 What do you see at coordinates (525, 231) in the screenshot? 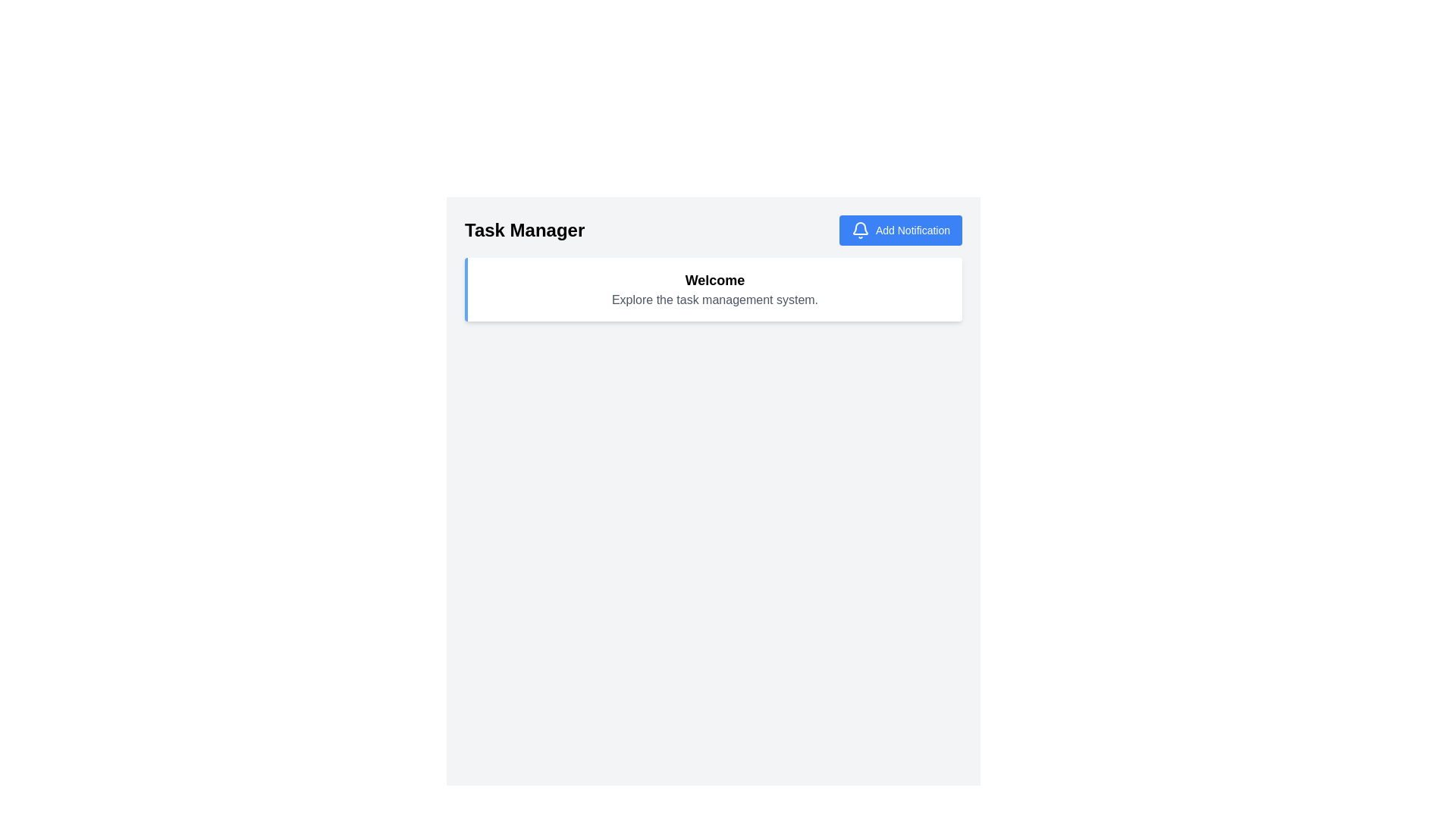
I see `the static text label that serves as the header for the task management interface, located at the top left before the 'Add Notification' button` at bounding box center [525, 231].